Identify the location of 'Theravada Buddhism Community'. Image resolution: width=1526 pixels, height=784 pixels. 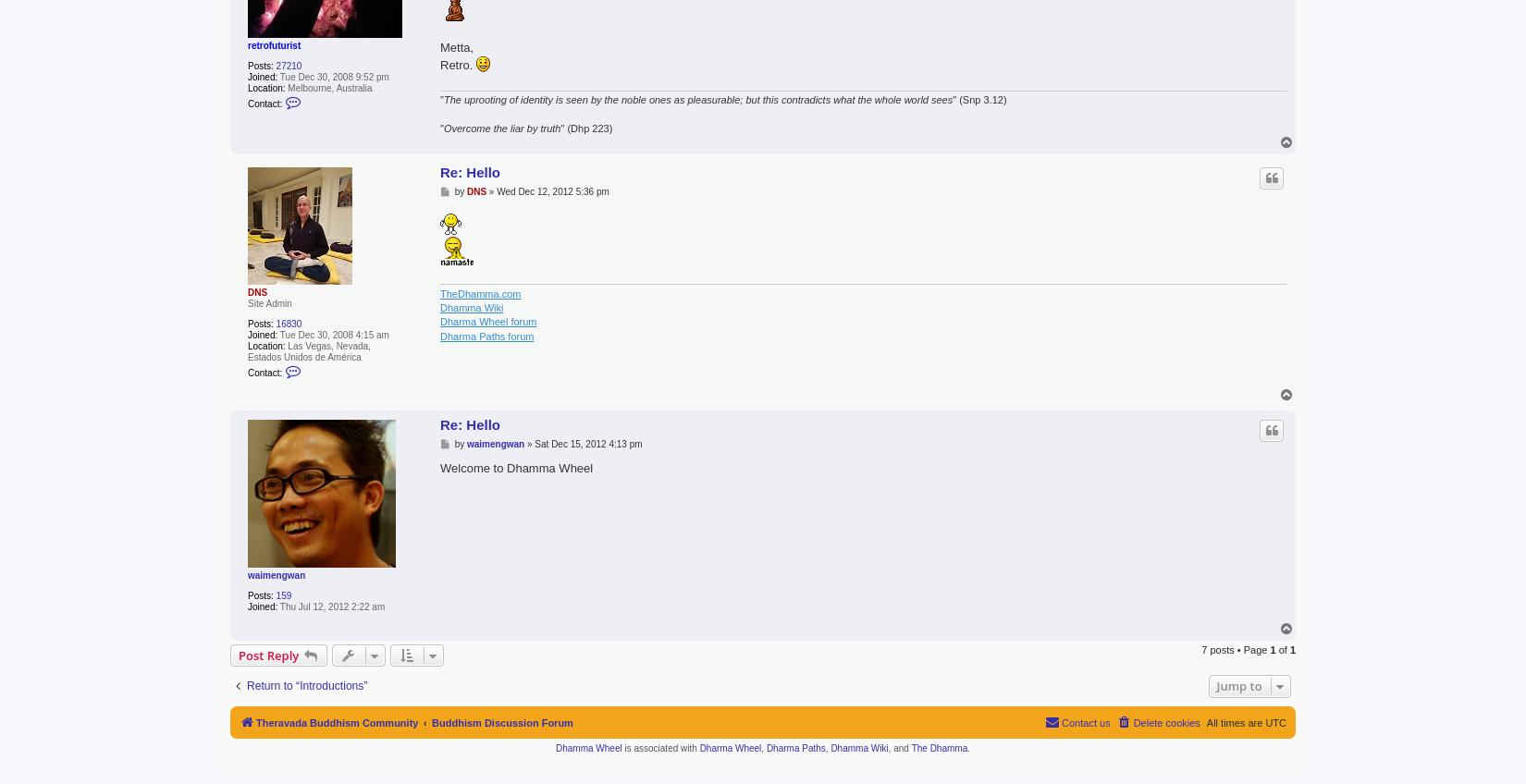
(337, 721).